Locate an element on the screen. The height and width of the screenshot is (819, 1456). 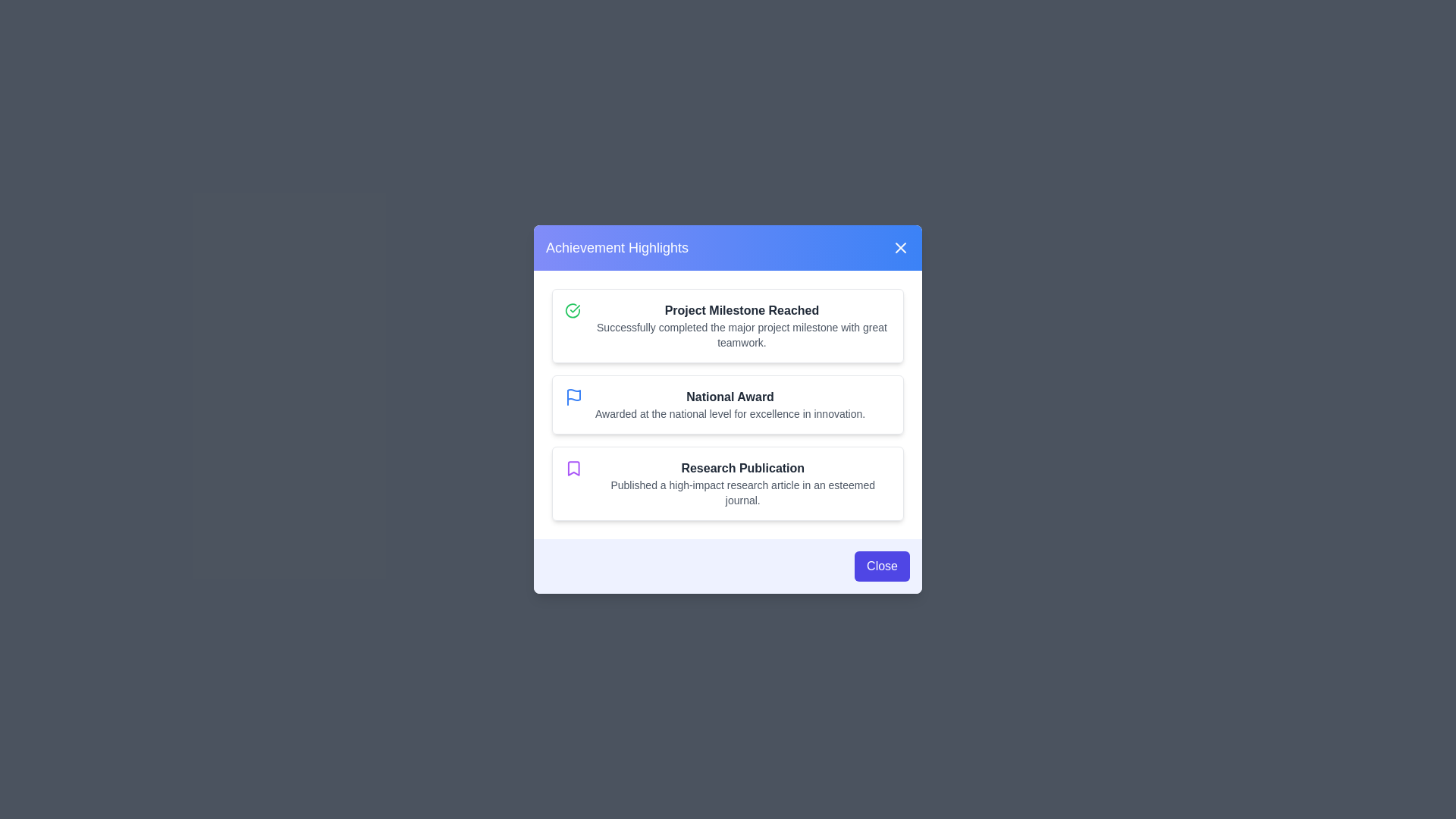
text on the Informational card titled 'Project Milestone Reached' which is the first card under 'Achievement Highlights' in the blue modal window is located at coordinates (728, 325).